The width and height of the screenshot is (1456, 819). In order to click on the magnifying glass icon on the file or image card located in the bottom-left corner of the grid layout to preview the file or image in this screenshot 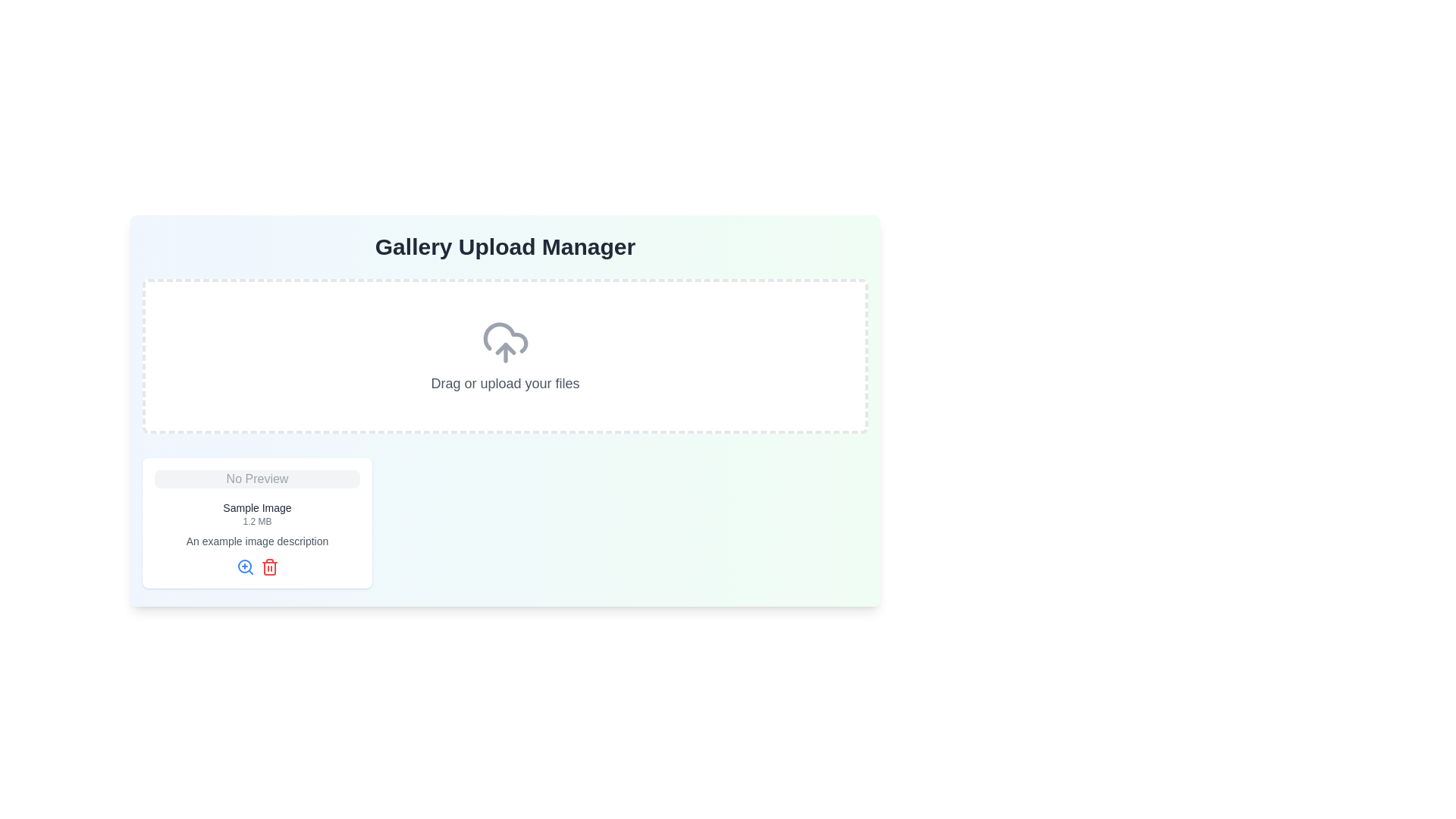, I will do `click(257, 522)`.